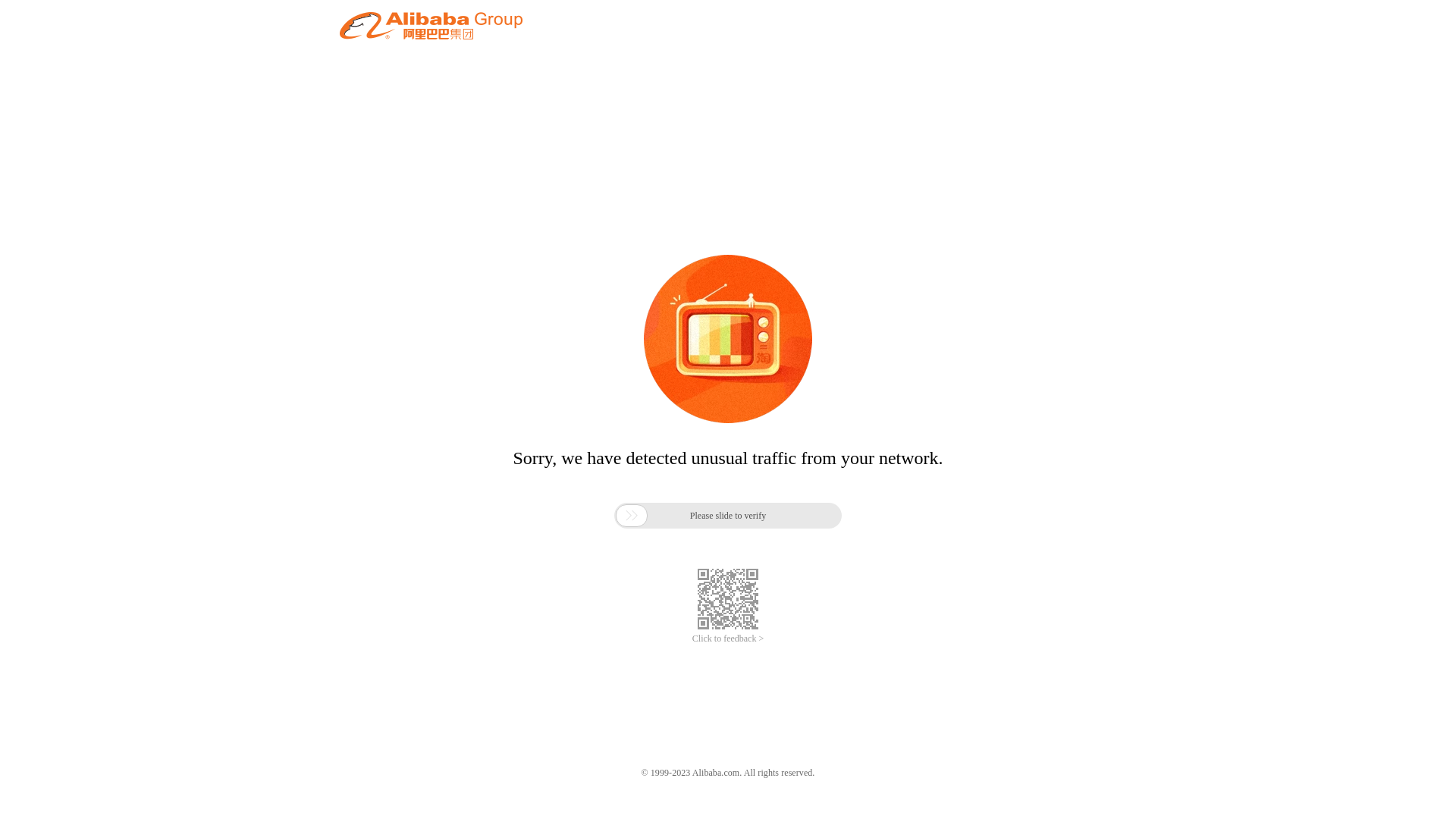 The image size is (1456, 819). I want to click on 'Click to feedback >', so click(728, 639).